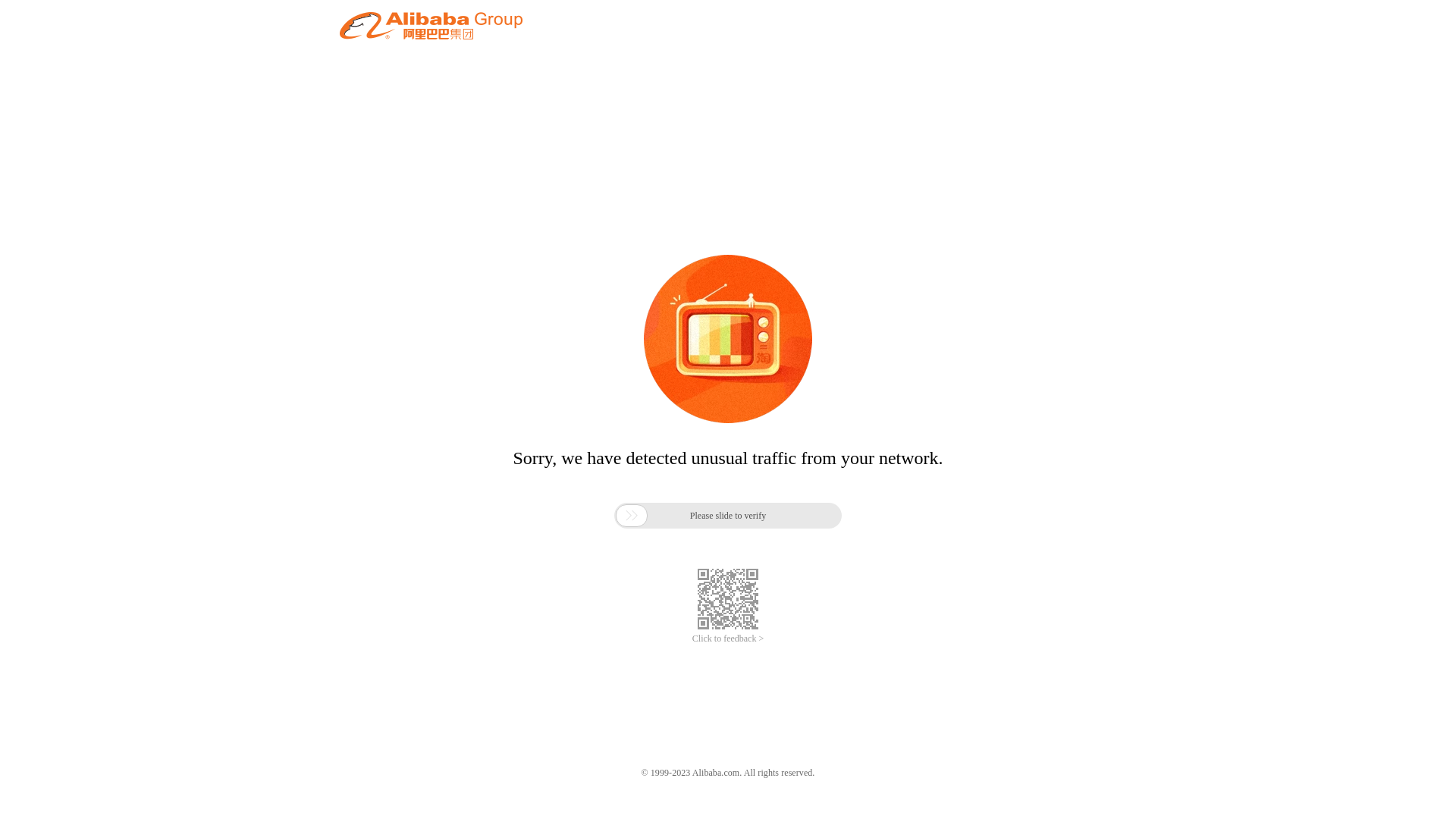 The image size is (1456, 819). I want to click on 'Click to feedback >', so click(728, 639).